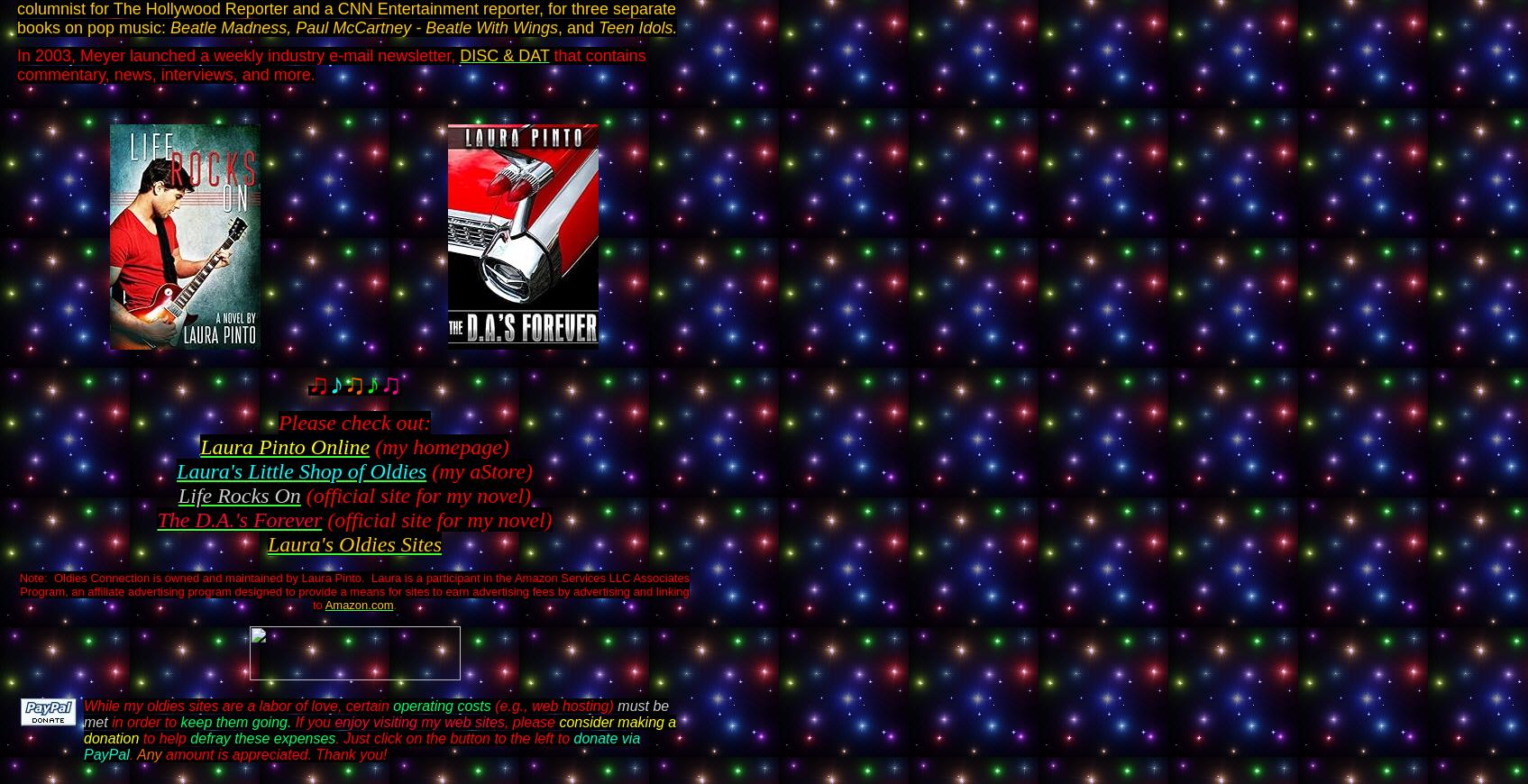  What do you see at coordinates (528, 722) in the screenshot?
I see `', please'` at bounding box center [528, 722].